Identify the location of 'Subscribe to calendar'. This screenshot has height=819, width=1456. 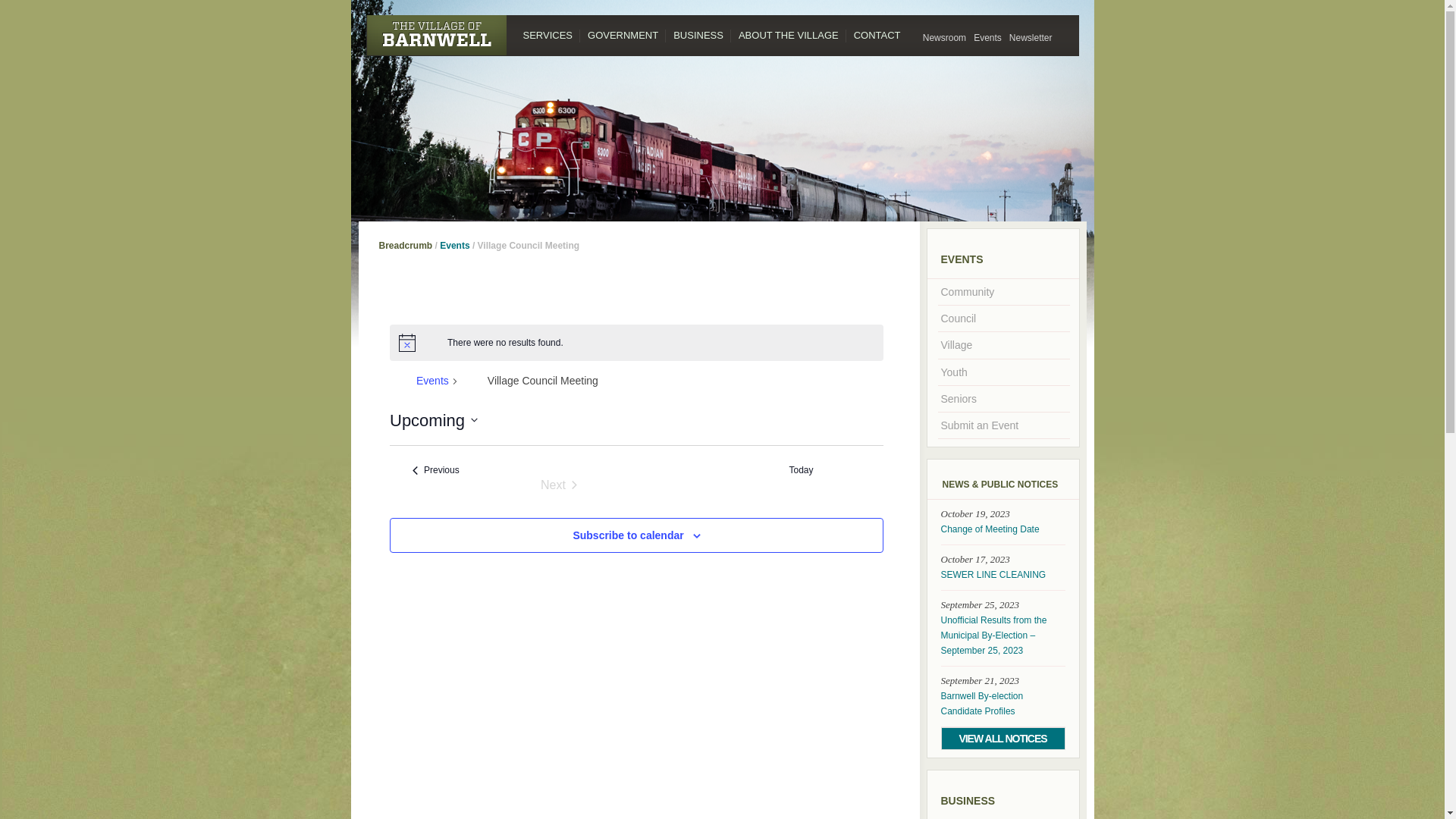
(571, 534).